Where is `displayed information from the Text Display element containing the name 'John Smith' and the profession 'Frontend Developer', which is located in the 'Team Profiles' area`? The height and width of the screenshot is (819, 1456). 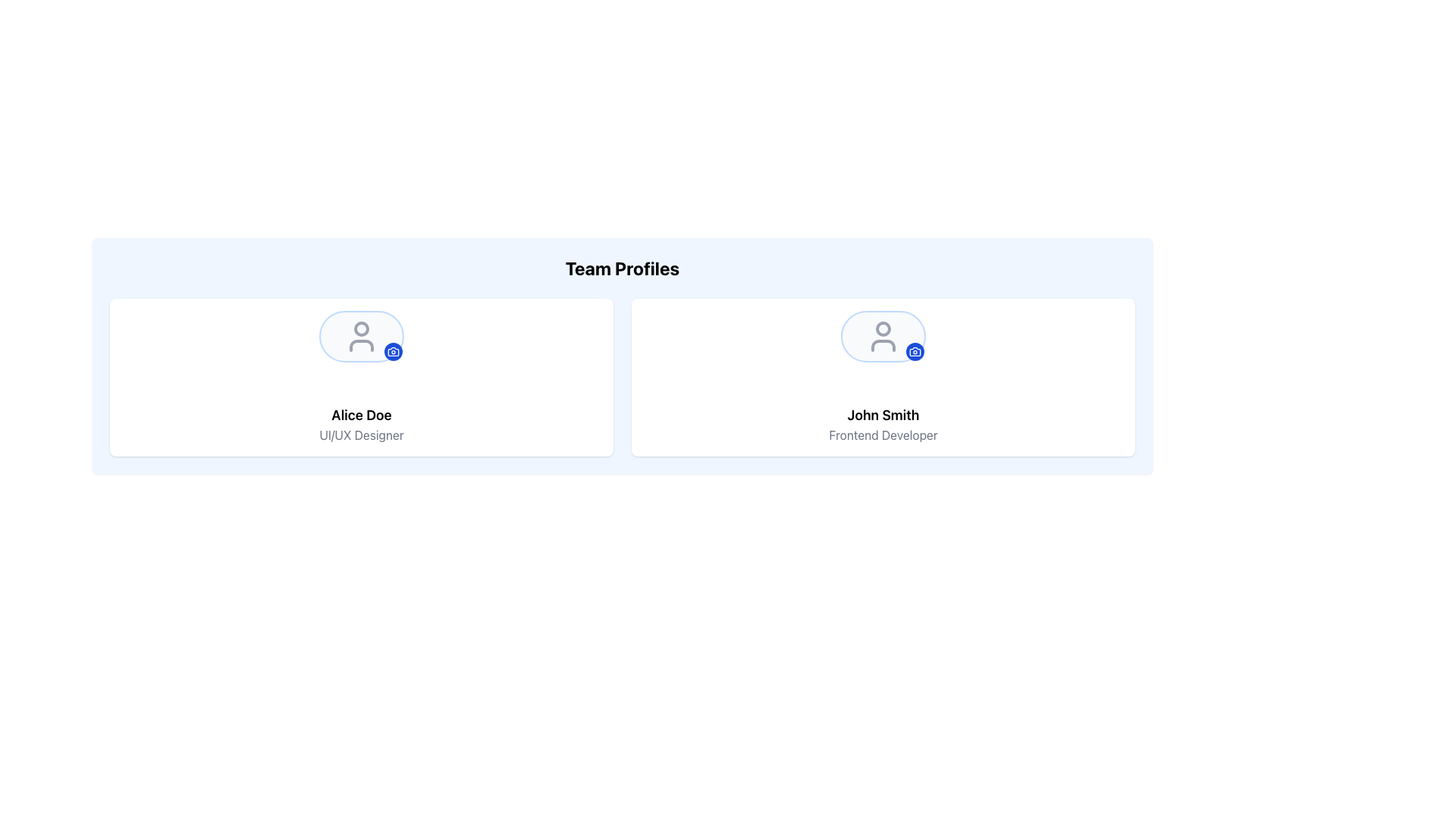 displayed information from the Text Display element containing the name 'John Smith' and the profession 'Frontend Developer', which is located in the 'Team Profiles' area is located at coordinates (883, 424).